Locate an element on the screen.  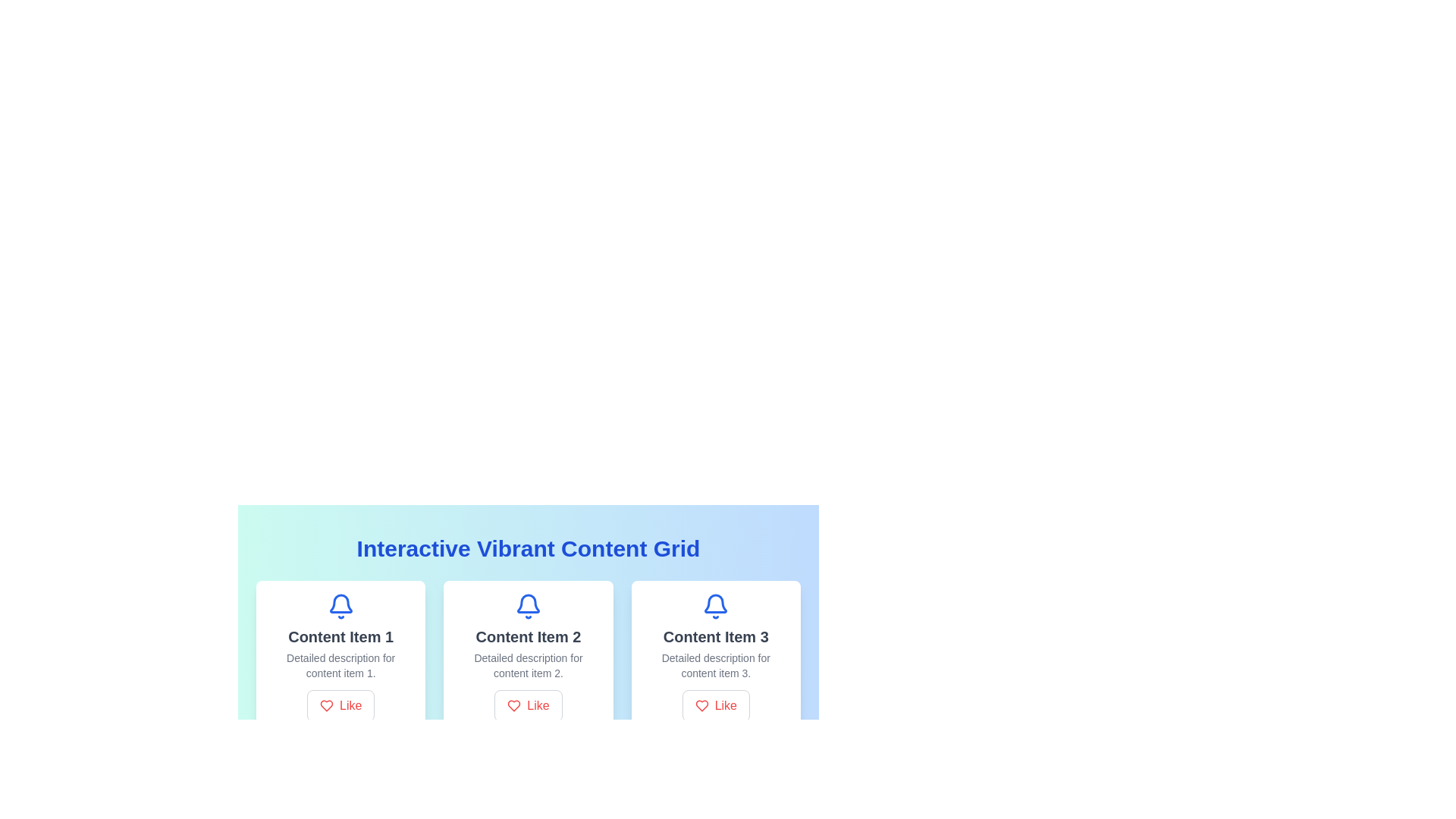
the bell icon located at the top center of the card titled 'Content Item 3', which represents notifications or alerts for that content item is located at coordinates (715, 605).